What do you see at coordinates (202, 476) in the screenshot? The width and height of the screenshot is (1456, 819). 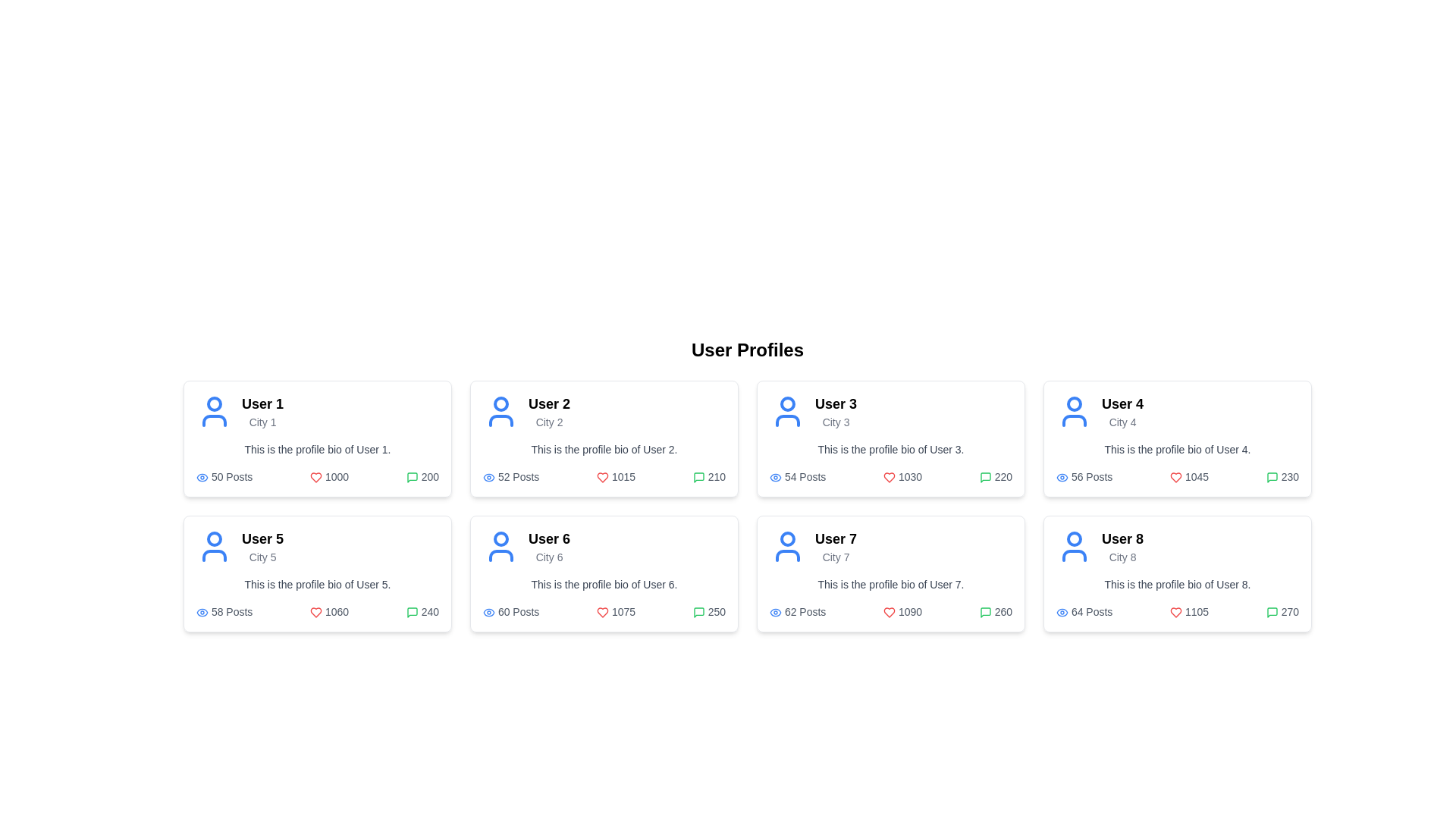 I see `SVG details of the 'eye' icon located in the 'User 5' profile card, which is positioned in the second row, first column of the user grid layout` at bounding box center [202, 476].